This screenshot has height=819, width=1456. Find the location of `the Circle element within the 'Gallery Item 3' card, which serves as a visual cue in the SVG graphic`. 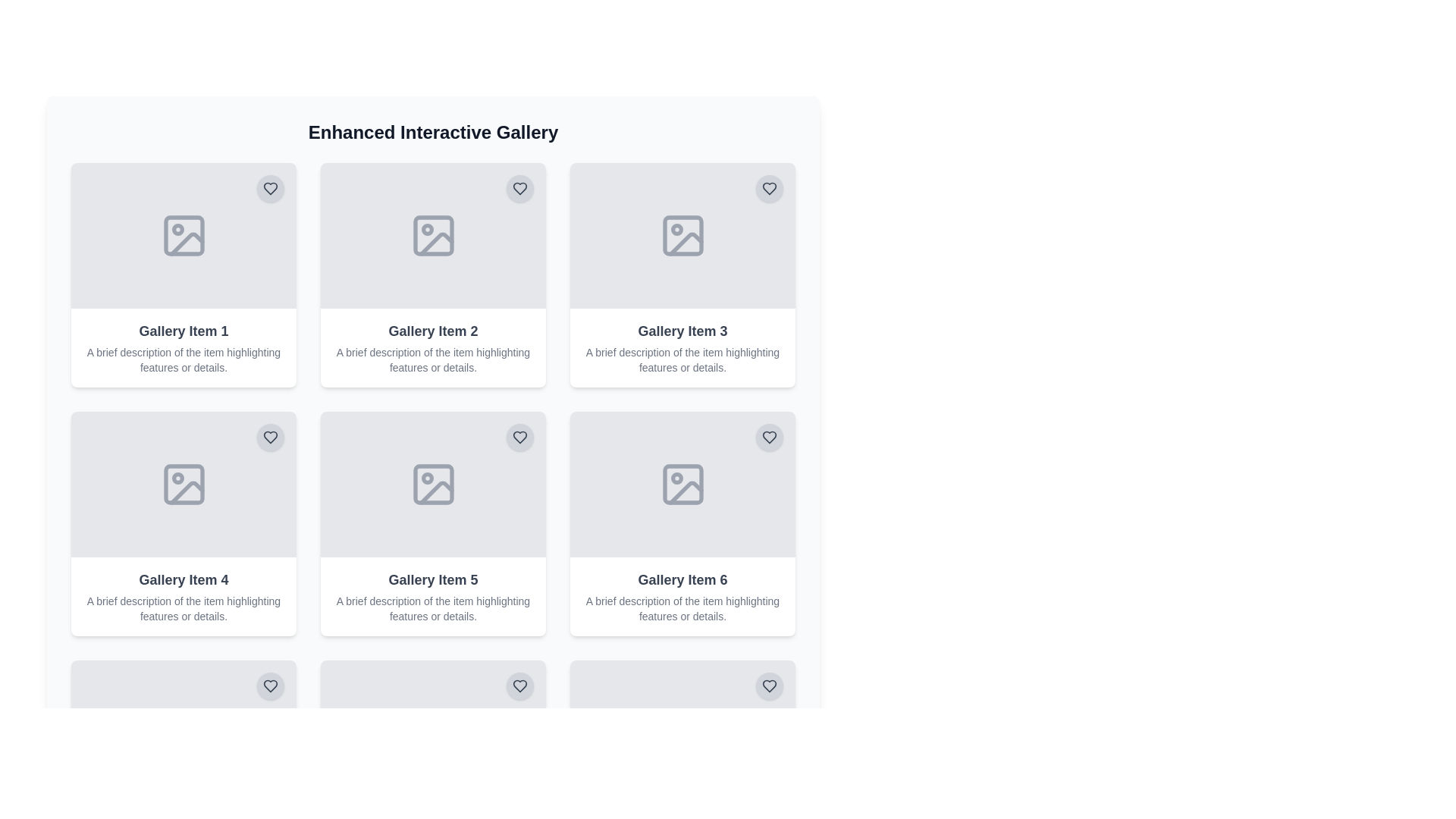

the Circle element within the 'Gallery Item 3' card, which serves as a visual cue in the SVG graphic is located at coordinates (676, 230).